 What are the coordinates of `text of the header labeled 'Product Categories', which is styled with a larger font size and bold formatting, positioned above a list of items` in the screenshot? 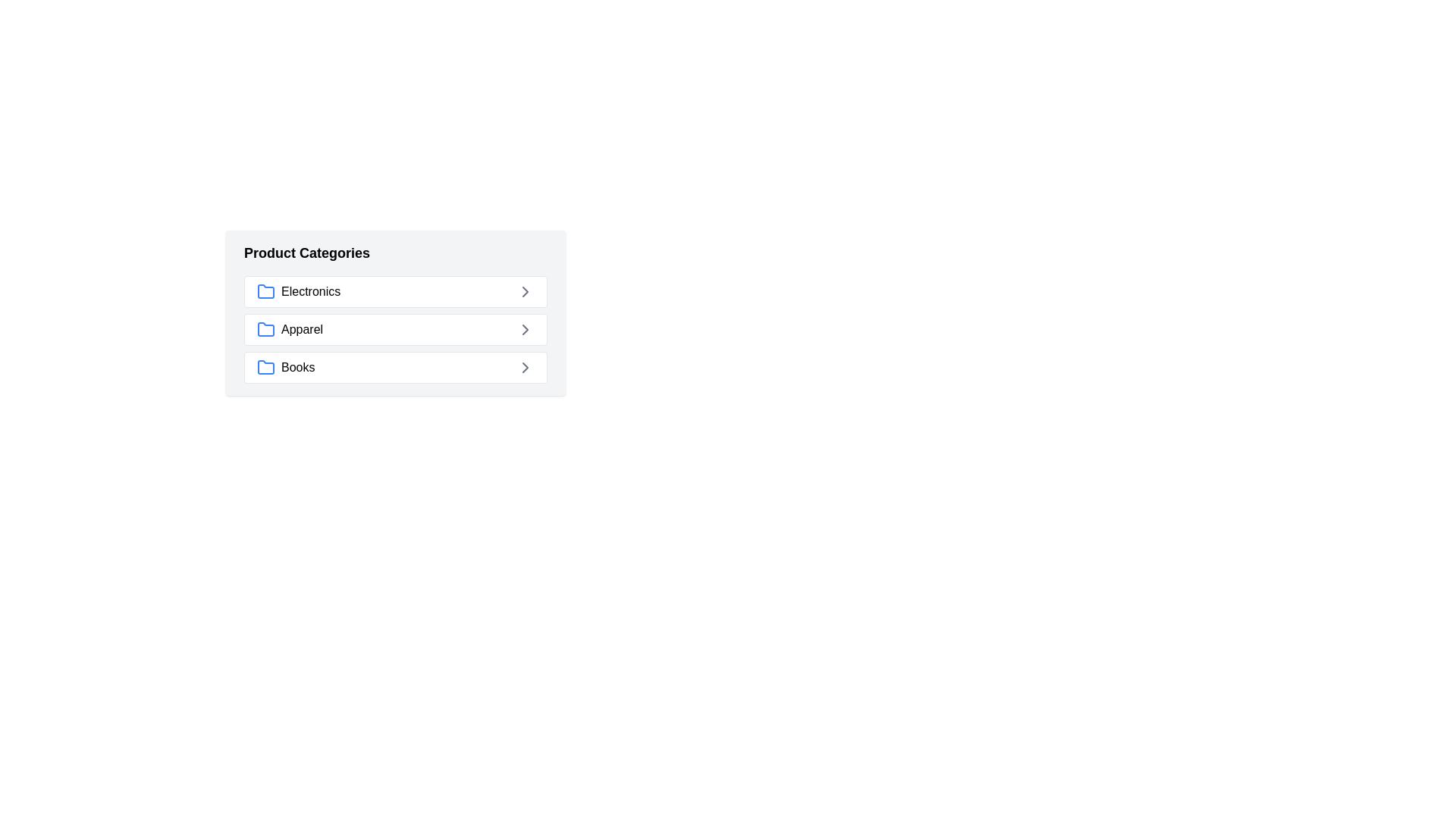 It's located at (306, 253).